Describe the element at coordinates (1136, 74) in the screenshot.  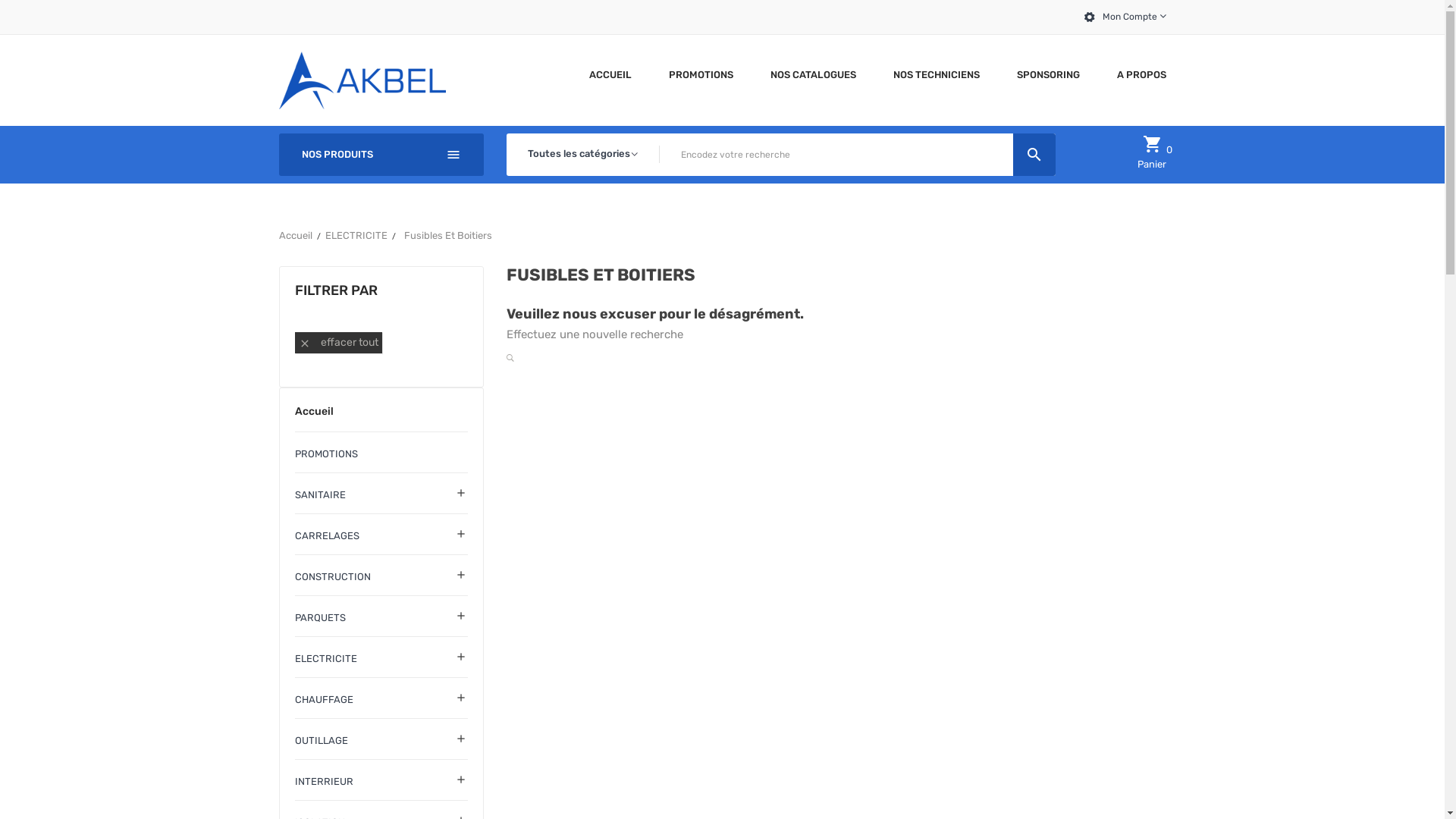
I see `'A PROPOS'` at that location.